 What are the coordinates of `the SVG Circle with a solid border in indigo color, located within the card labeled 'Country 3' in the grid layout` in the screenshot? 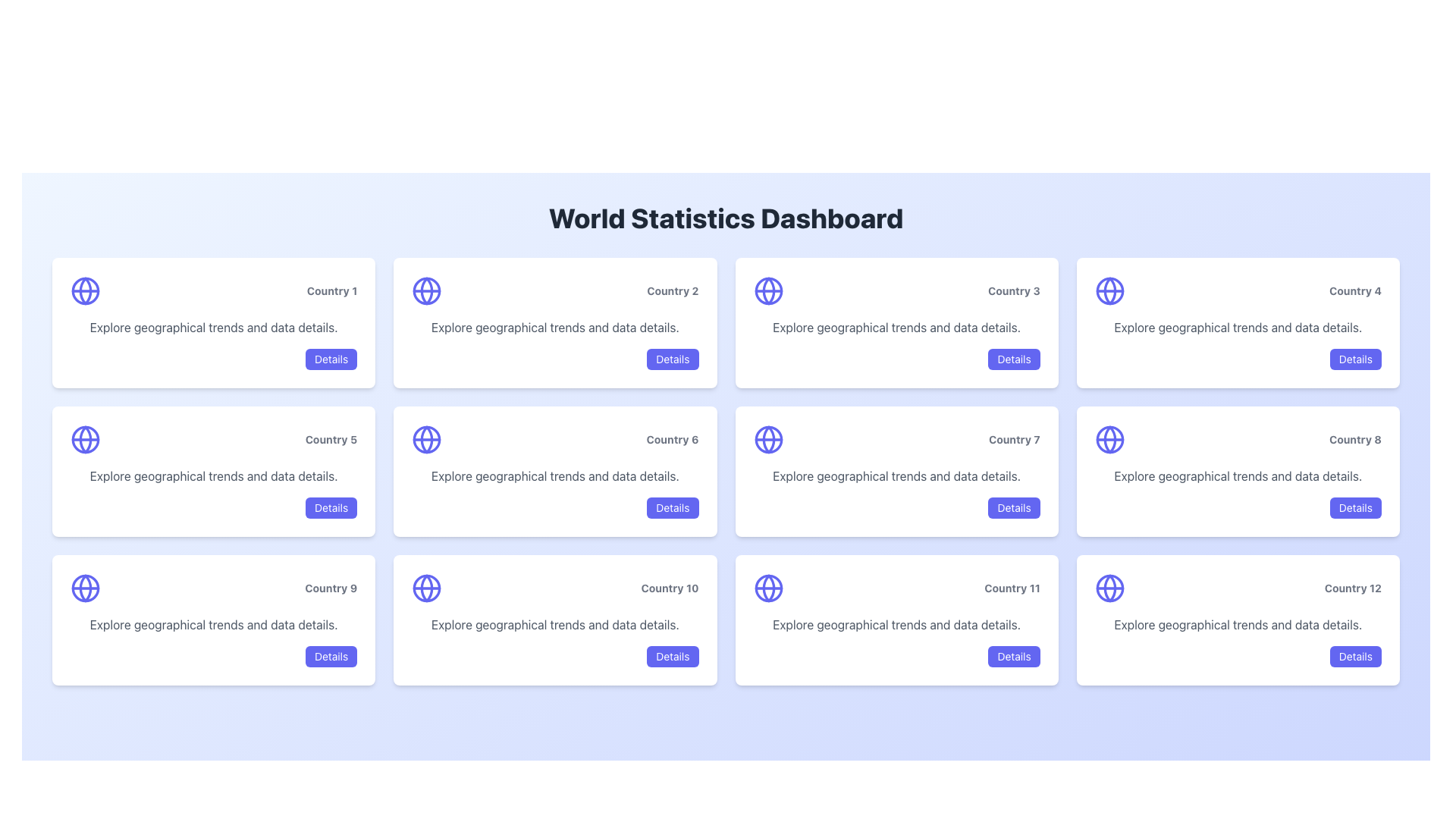 It's located at (768, 291).